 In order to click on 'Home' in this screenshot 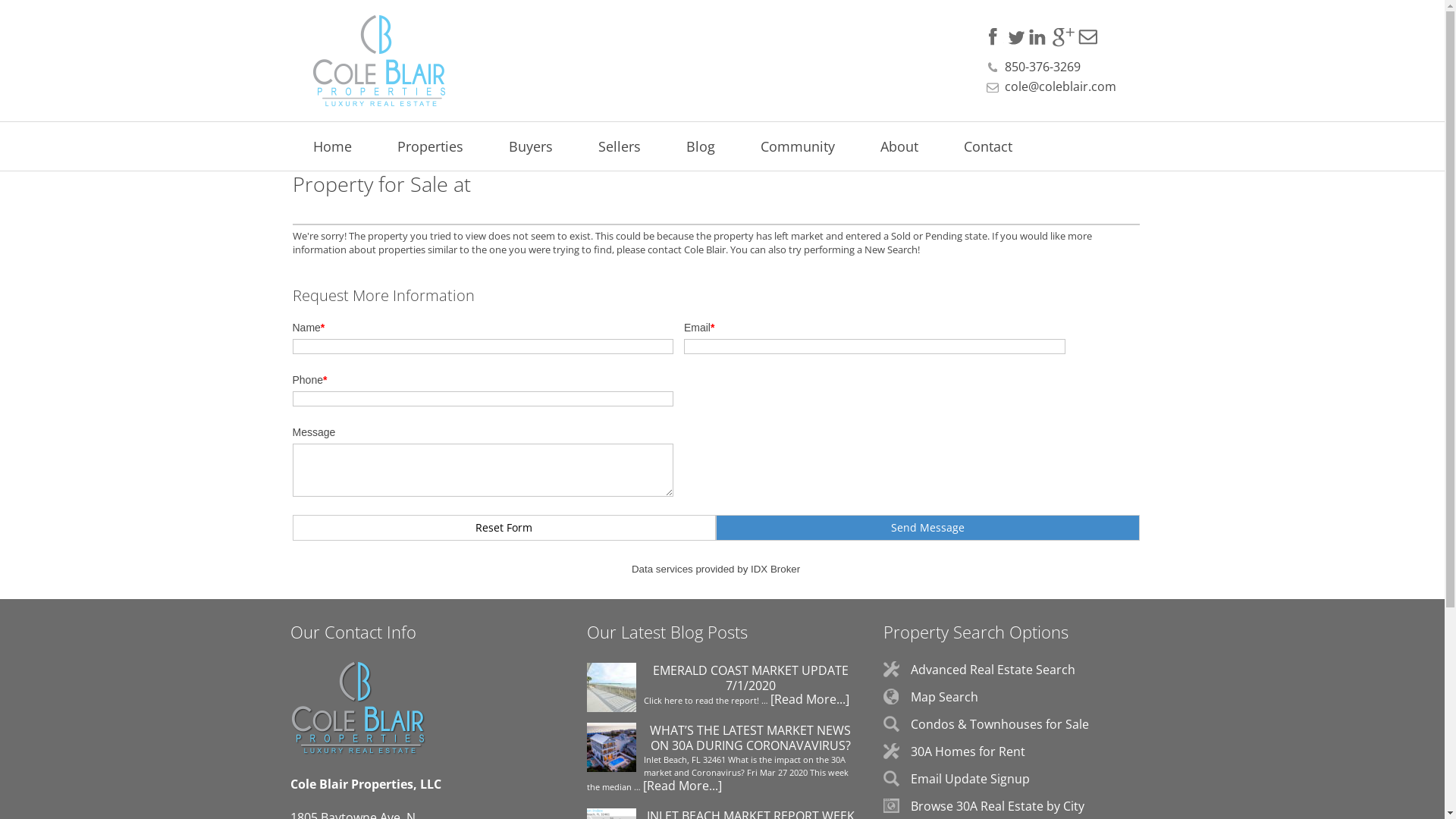, I will do `click(331, 146)`.